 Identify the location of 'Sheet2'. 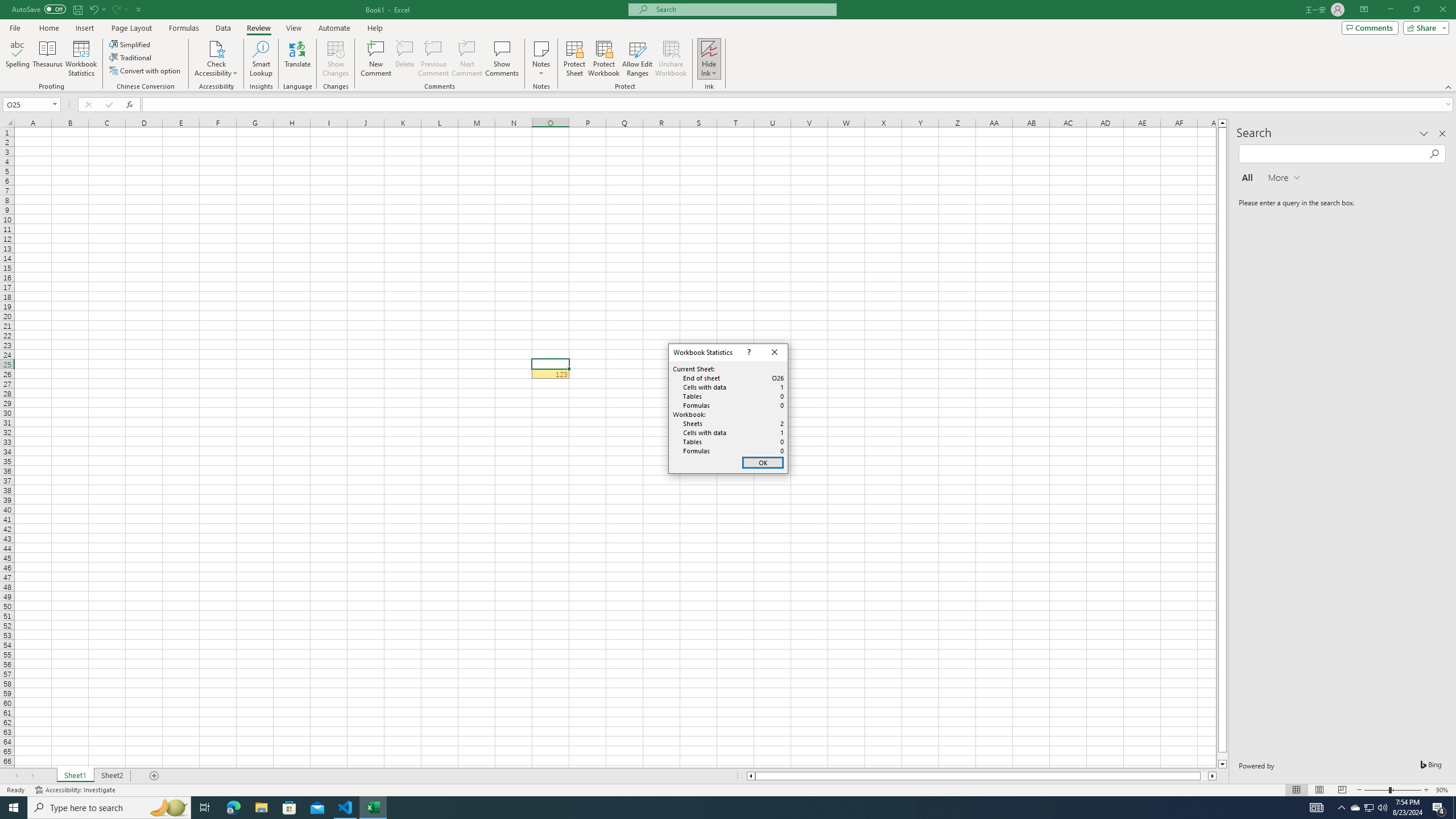
(111, 775).